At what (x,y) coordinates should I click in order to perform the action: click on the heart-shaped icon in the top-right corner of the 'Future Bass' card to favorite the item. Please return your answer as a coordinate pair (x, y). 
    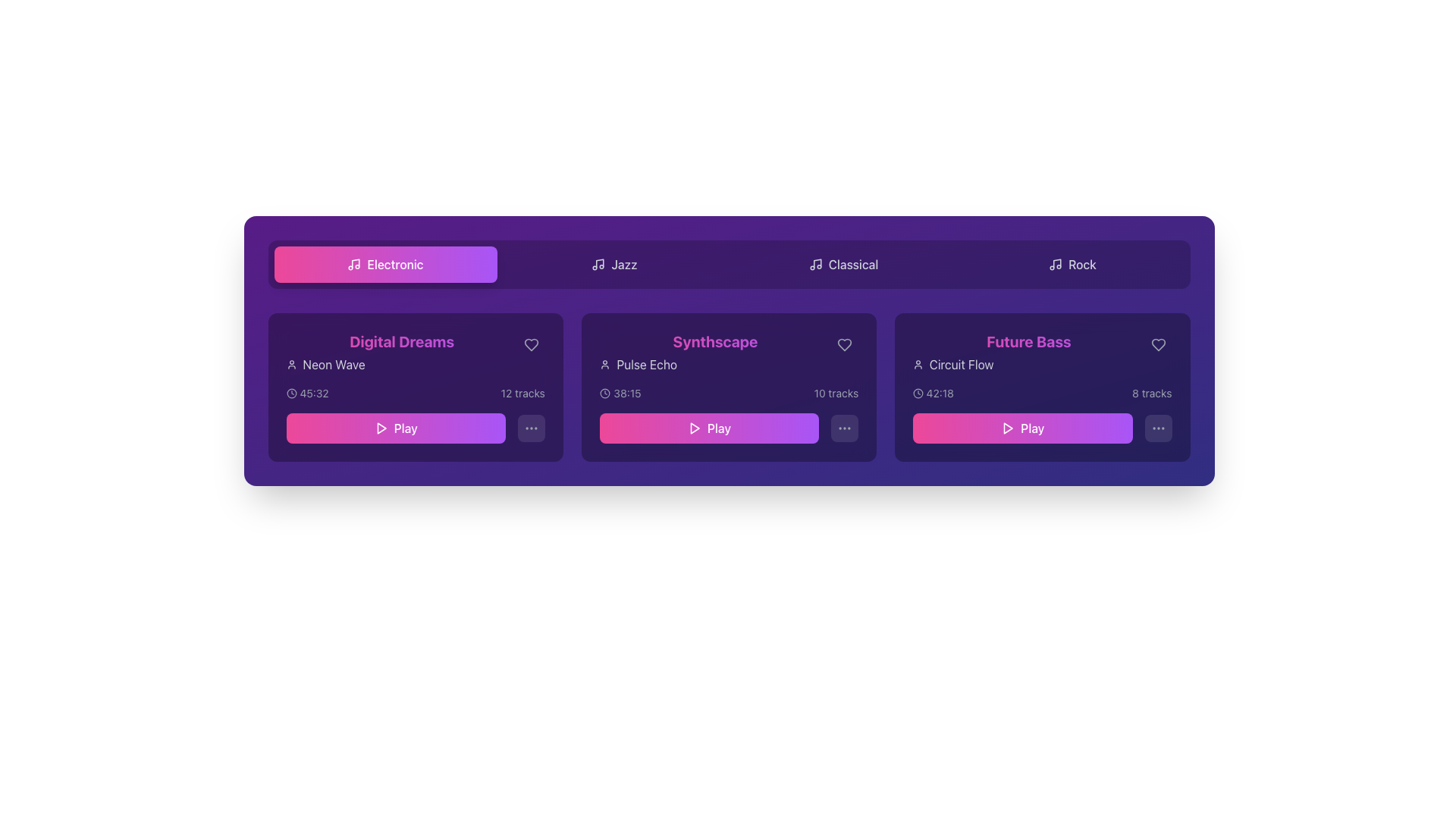
    Looking at the image, I should click on (1157, 345).